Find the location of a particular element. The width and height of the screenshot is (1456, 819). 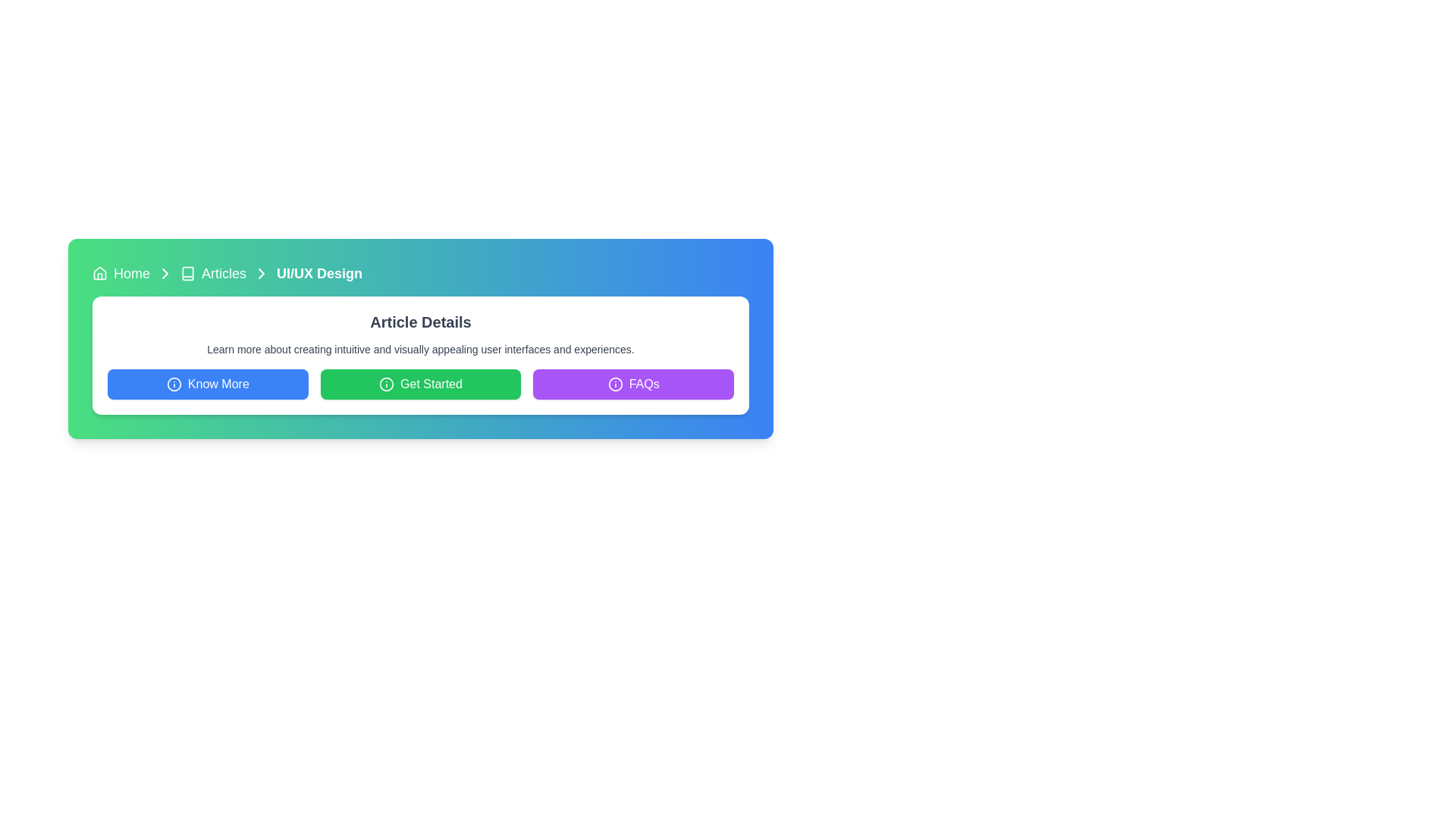

the 'Get Started' button, which is centrally positioned below the 'Article Details' heading, to observe its hover-state styling is located at coordinates (421, 383).